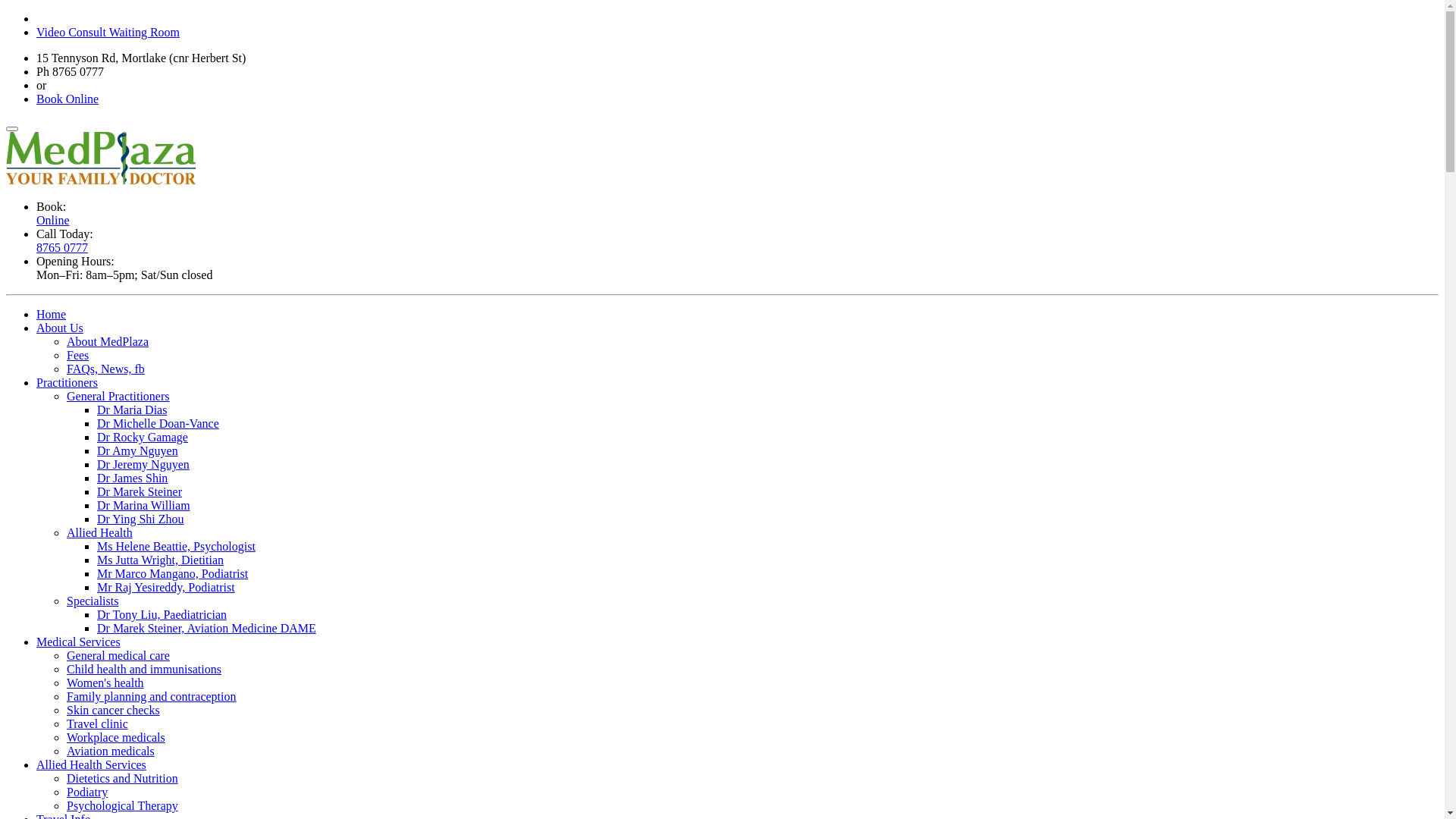 This screenshot has height=819, width=1456. I want to click on 'Online', so click(36, 220).